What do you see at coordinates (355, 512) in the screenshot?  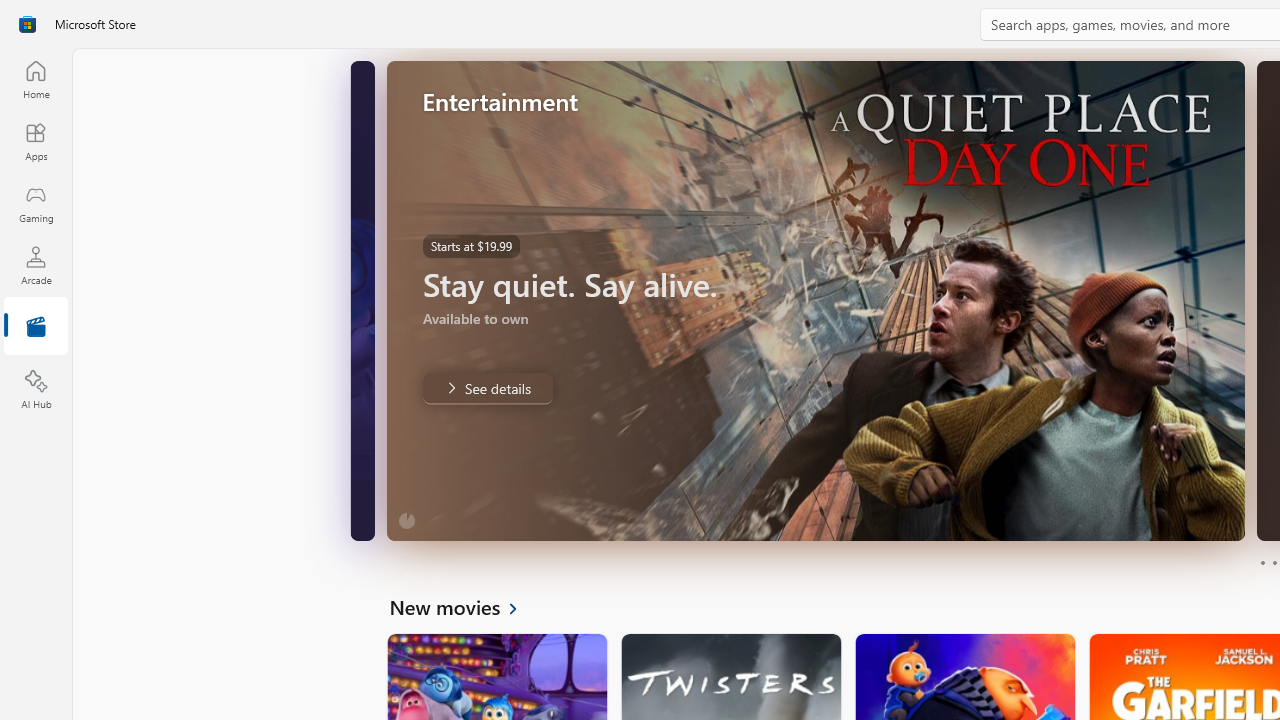 I see `'Unmute'` at bounding box center [355, 512].